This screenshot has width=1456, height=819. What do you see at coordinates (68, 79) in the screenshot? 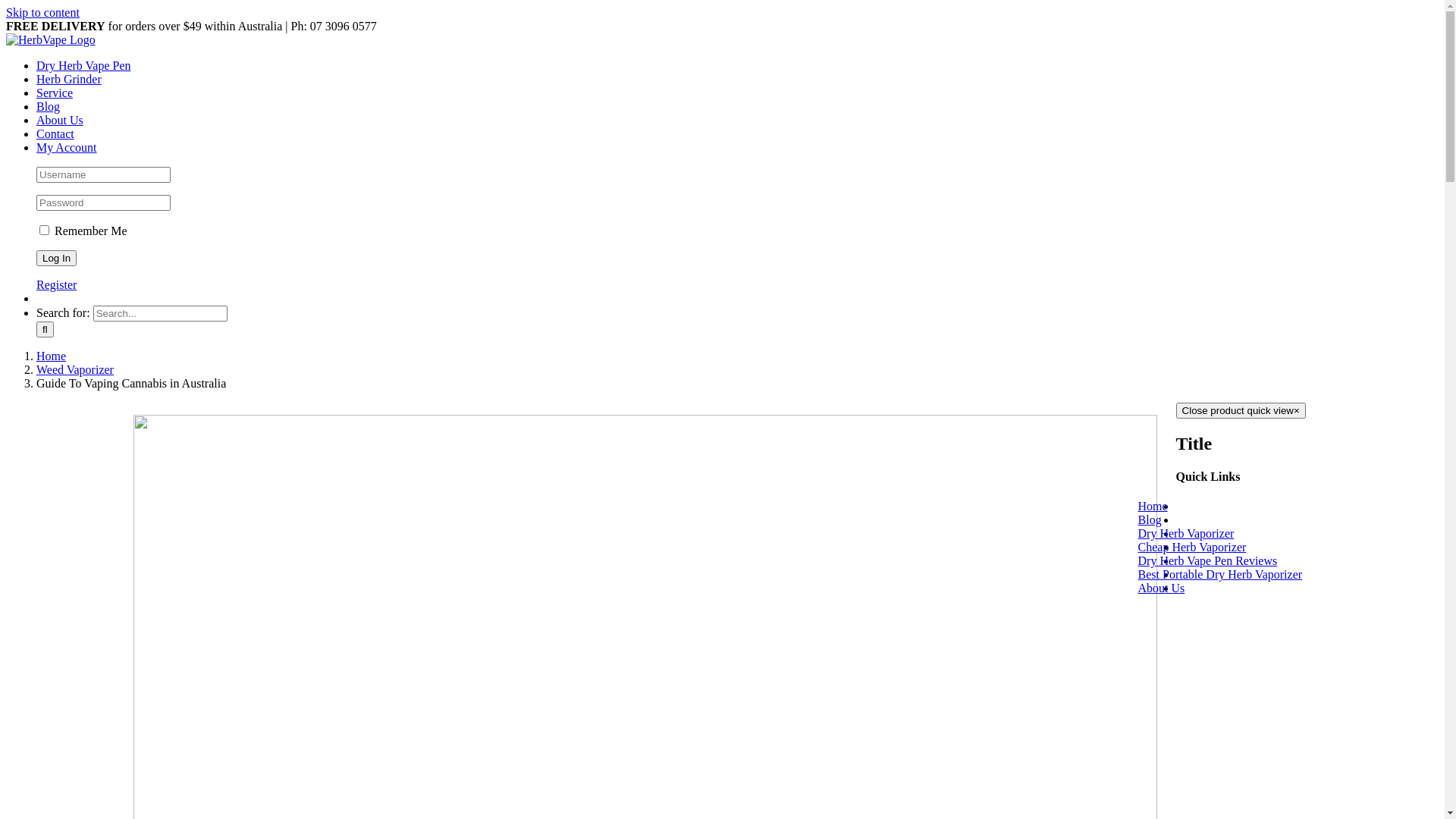
I see `'Herb Grinder'` at bounding box center [68, 79].